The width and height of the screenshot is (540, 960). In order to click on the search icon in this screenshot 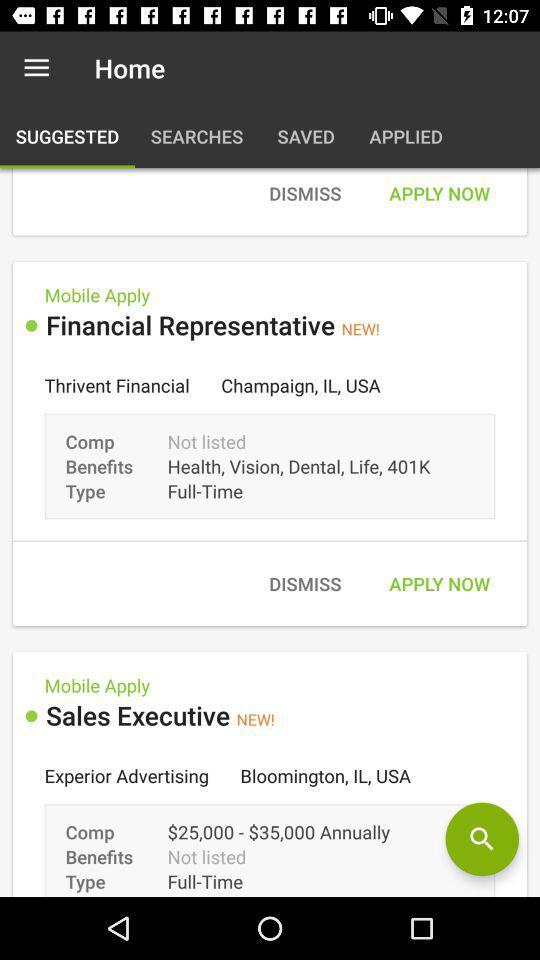, I will do `click(481, 839)`.